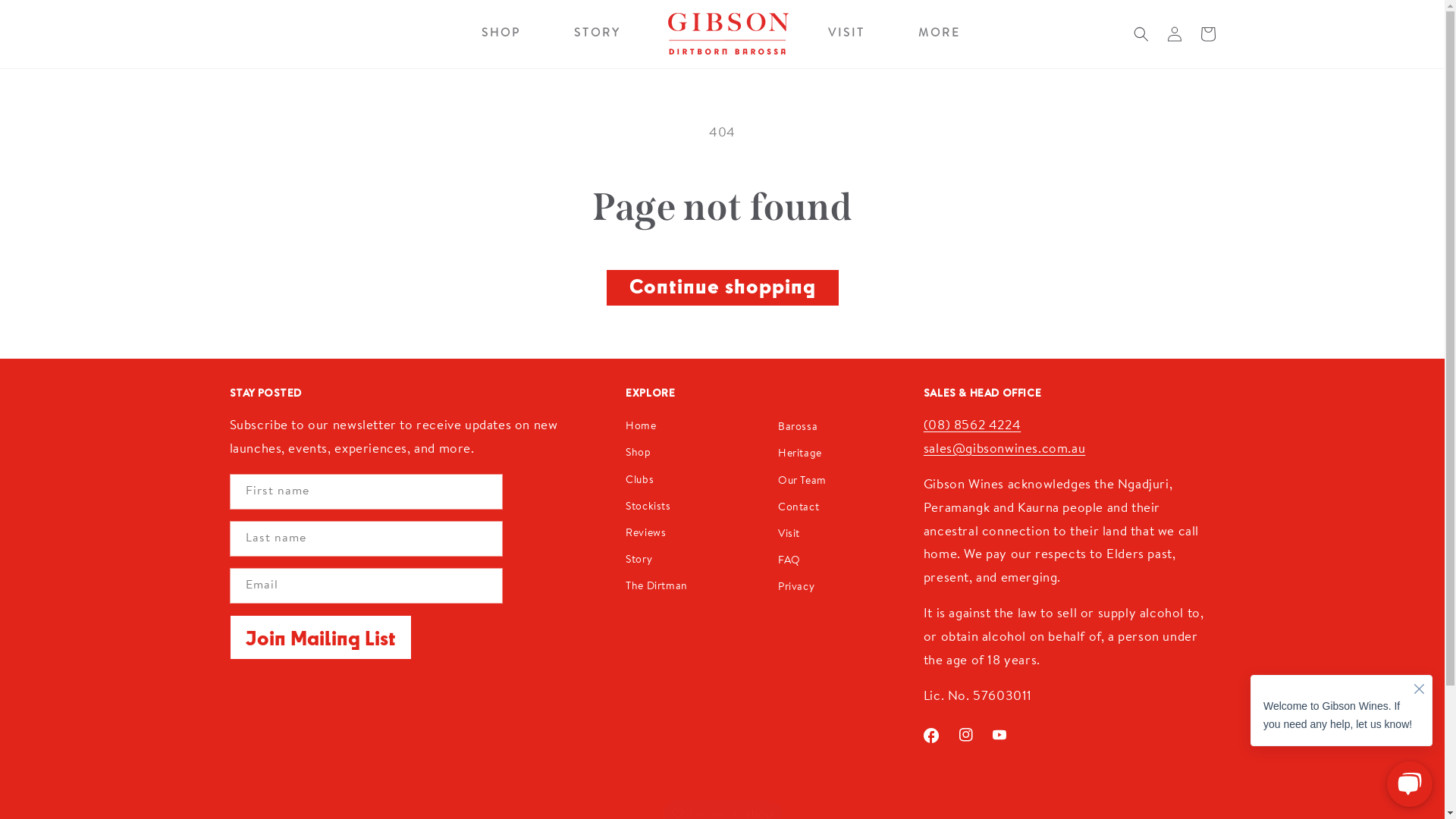 The image size is (1456, 819). I want to click on 'Heritage', so click(799, 453).